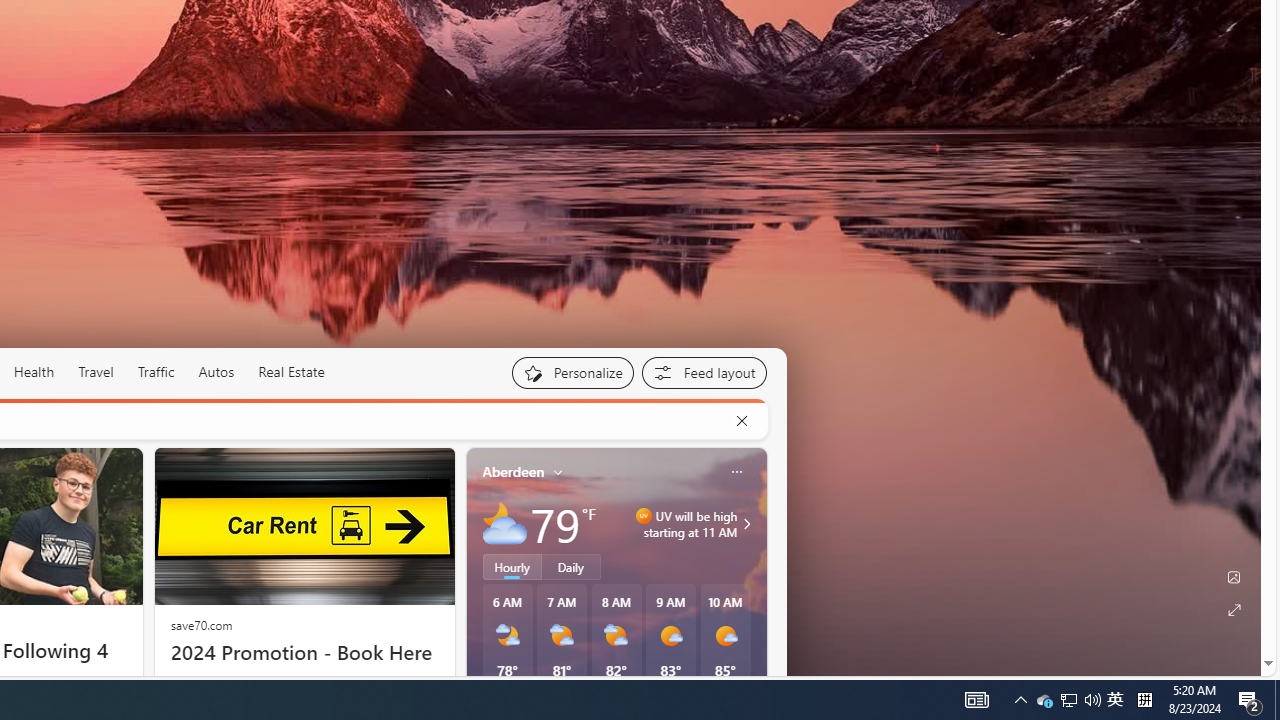  What do you see at coordinates (154, 371) in the screenshot?
I see `'Traffic'` at bounding box center [154, 371].